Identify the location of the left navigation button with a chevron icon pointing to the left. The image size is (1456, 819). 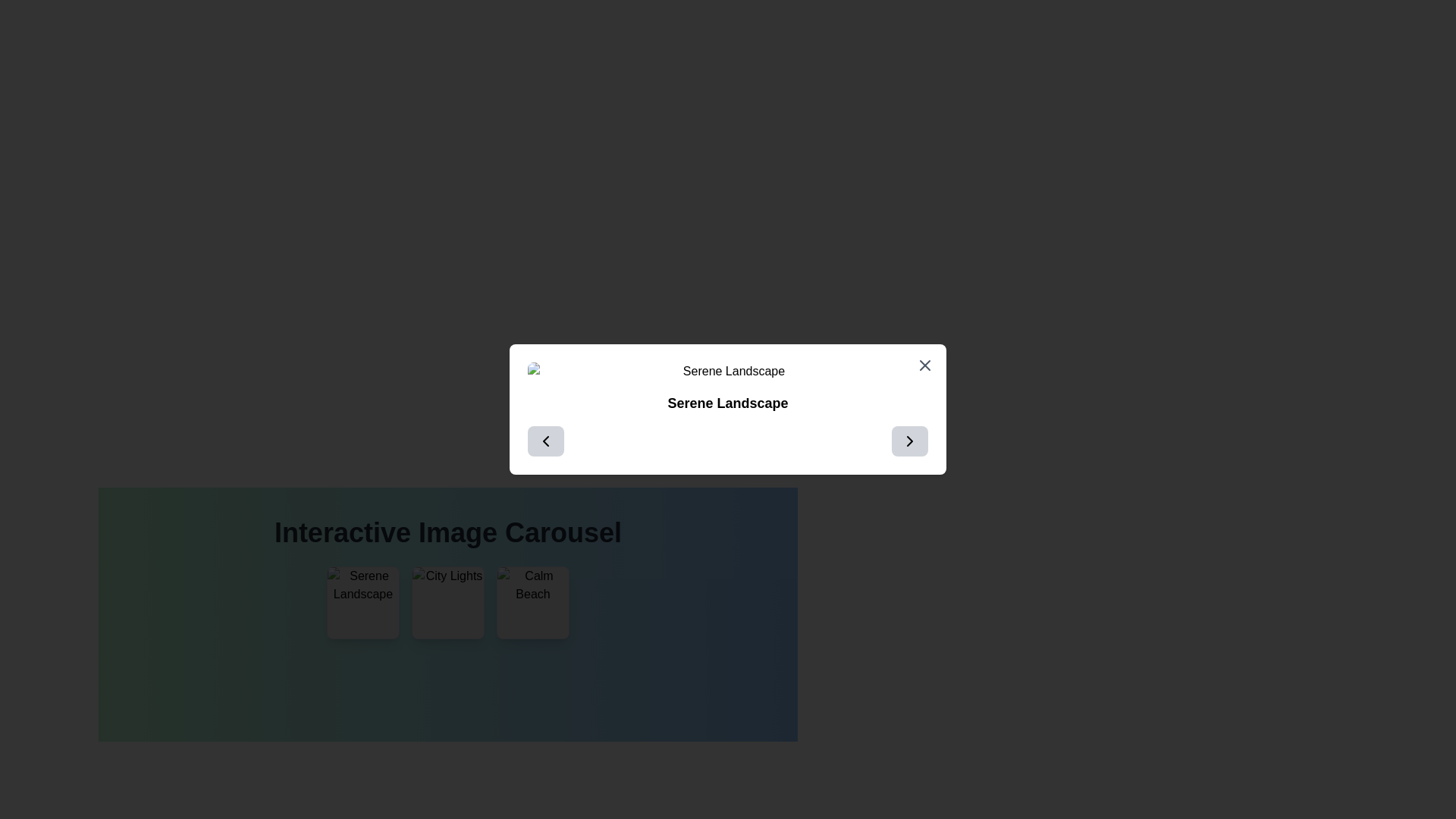
(546, 441).